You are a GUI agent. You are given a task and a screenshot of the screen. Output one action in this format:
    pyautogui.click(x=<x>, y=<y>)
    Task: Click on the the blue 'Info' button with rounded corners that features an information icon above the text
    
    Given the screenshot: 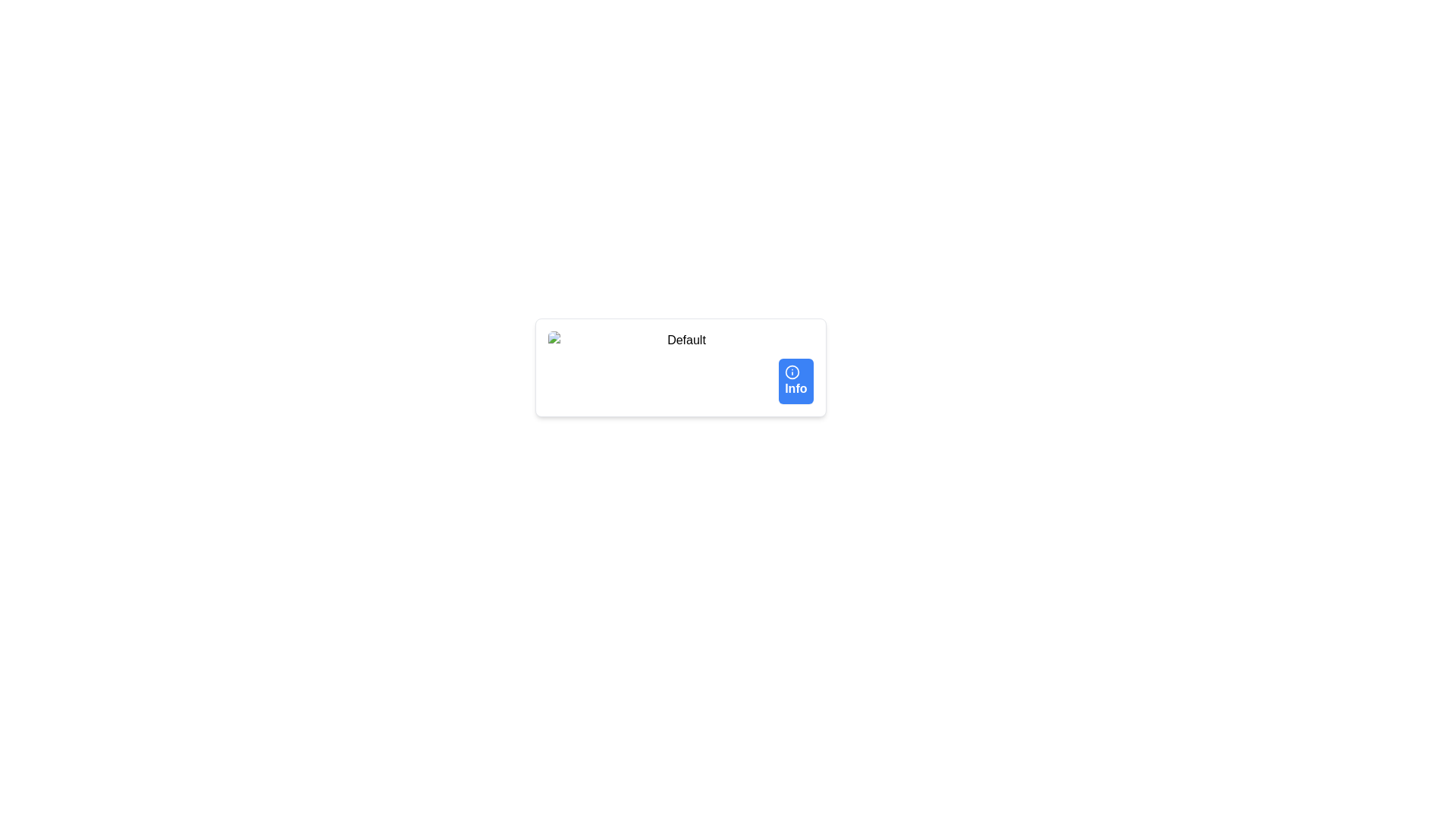 What is the action you would take?
    pyautogui.click(x=795, y=380)
    